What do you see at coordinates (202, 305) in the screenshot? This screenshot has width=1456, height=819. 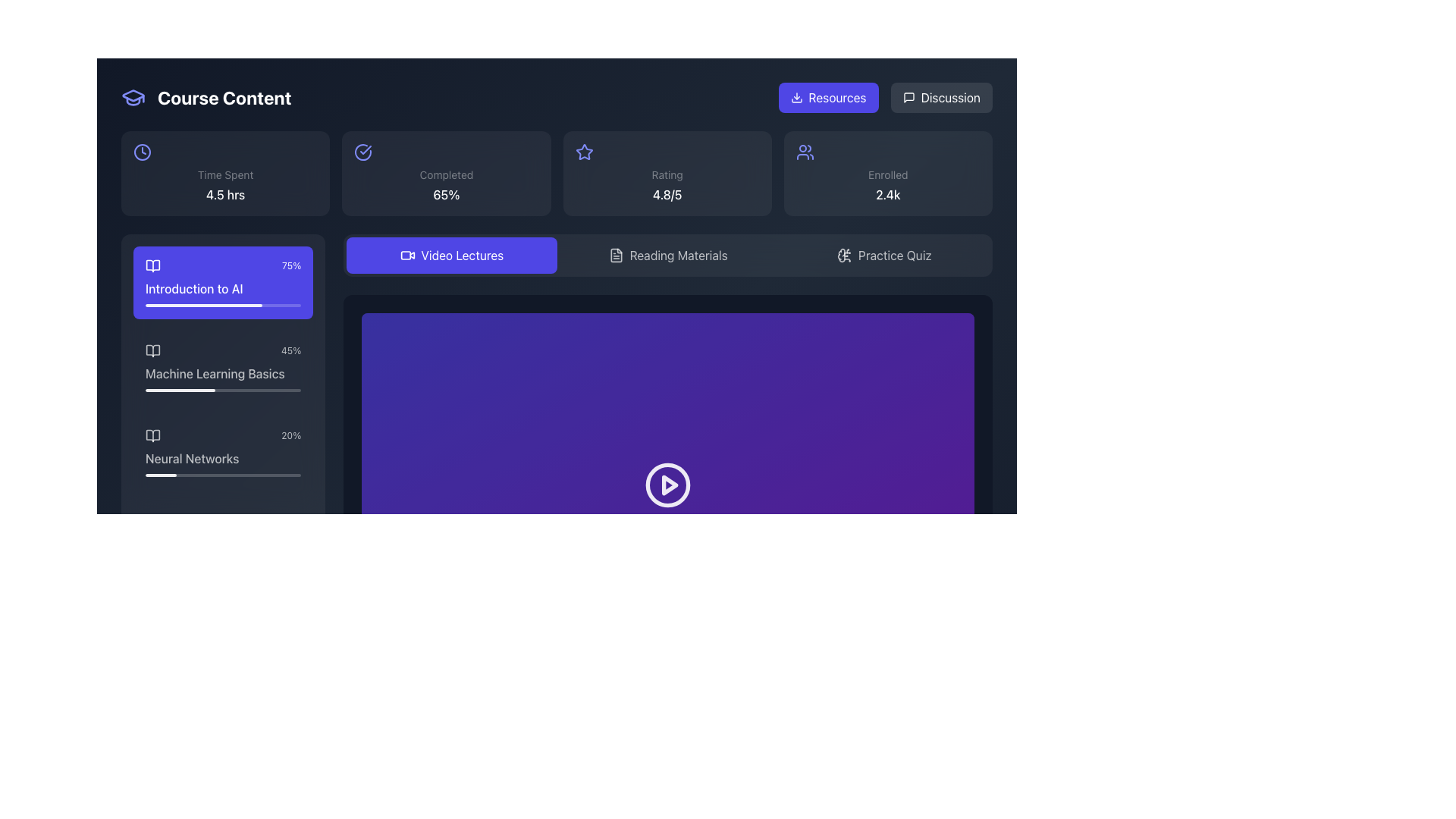 I see `the progress bar segment indicating 75% completion for the 'Introduction to AI' course module, located in the 'Course Content' layout` at bounding box center [202, 305].